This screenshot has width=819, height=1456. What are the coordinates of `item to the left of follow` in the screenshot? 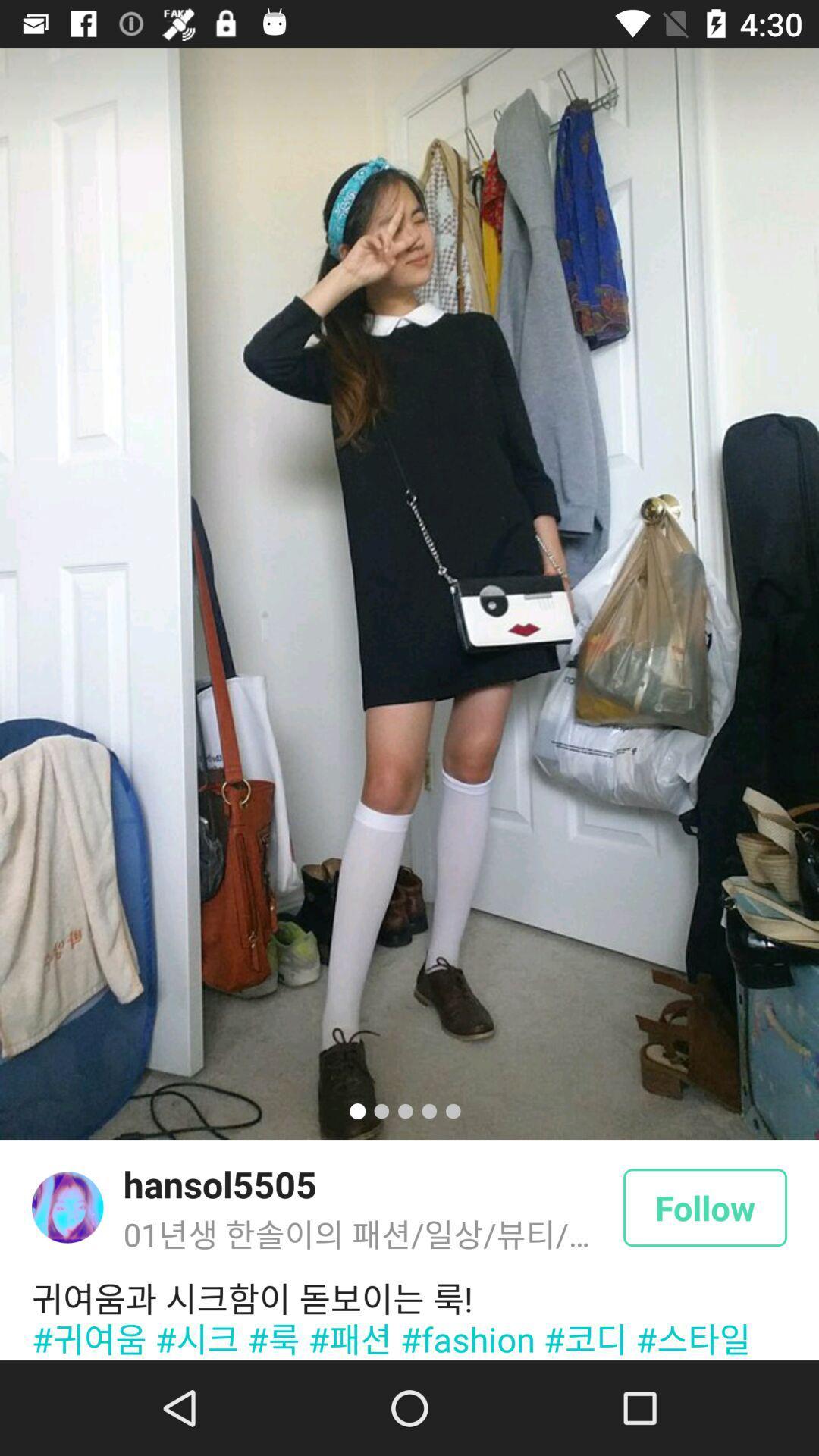 It's located at (220, 1183).